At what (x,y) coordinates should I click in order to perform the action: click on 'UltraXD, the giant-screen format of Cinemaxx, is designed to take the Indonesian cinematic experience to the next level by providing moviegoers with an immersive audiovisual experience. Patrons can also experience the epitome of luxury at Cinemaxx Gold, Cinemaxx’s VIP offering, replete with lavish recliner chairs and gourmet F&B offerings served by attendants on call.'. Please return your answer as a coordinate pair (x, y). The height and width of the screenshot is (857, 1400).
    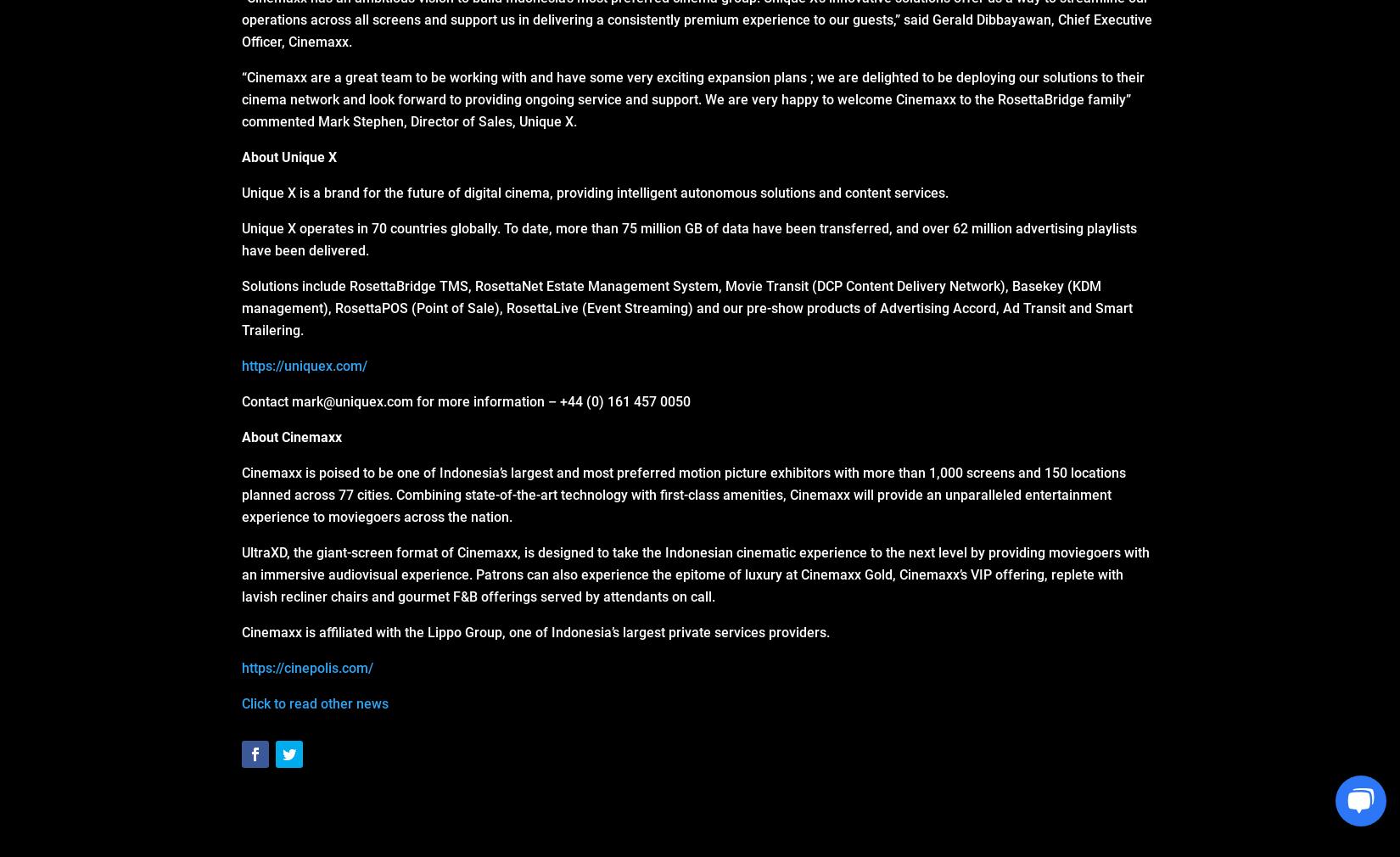
    Looking at the image, I should click on (241, 574).